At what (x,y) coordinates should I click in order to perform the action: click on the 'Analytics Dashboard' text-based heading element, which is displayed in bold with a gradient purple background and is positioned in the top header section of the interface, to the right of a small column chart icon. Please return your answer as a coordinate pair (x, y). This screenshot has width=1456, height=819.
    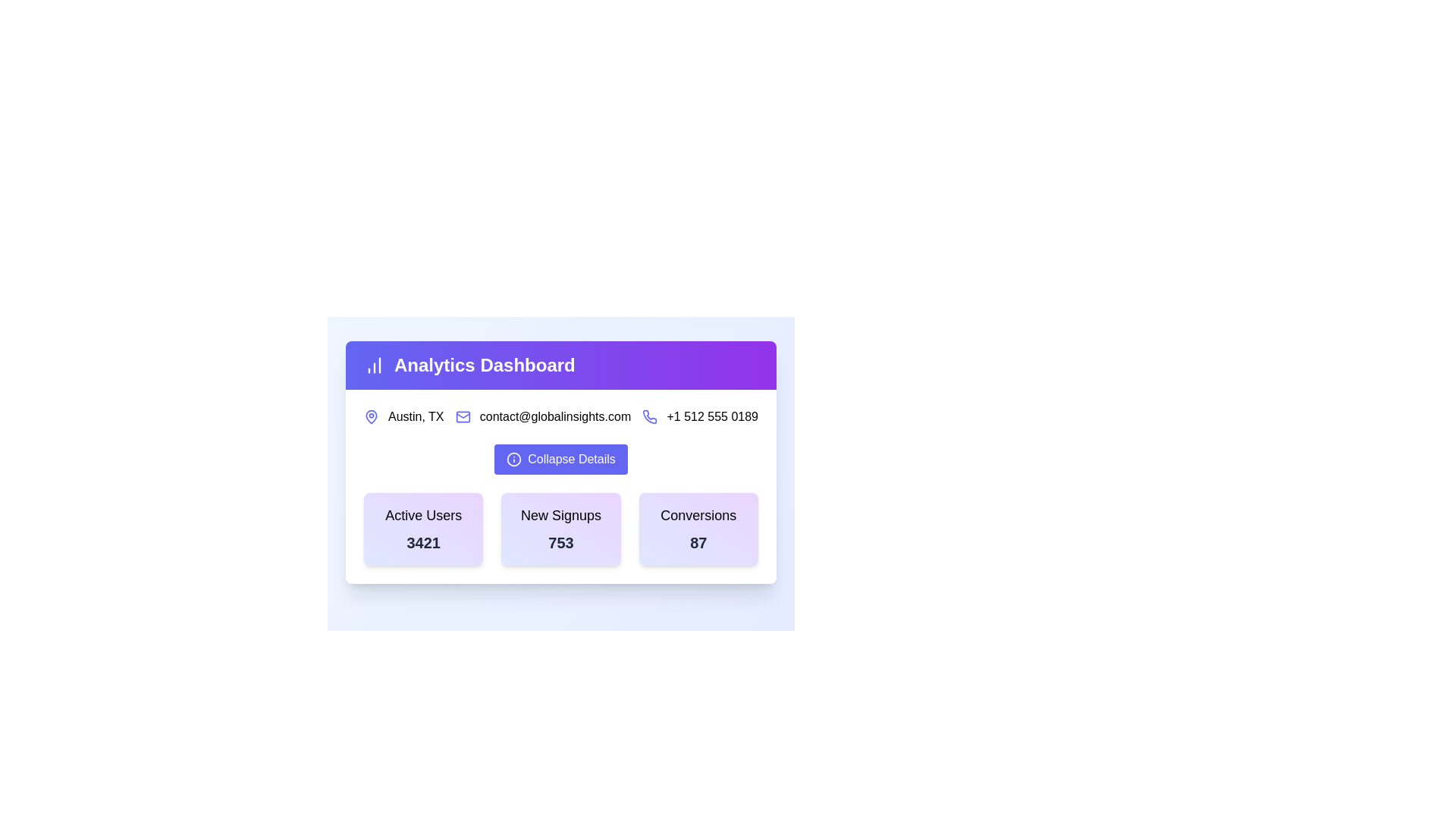
    Looking at the image, I should click on (560, 366).